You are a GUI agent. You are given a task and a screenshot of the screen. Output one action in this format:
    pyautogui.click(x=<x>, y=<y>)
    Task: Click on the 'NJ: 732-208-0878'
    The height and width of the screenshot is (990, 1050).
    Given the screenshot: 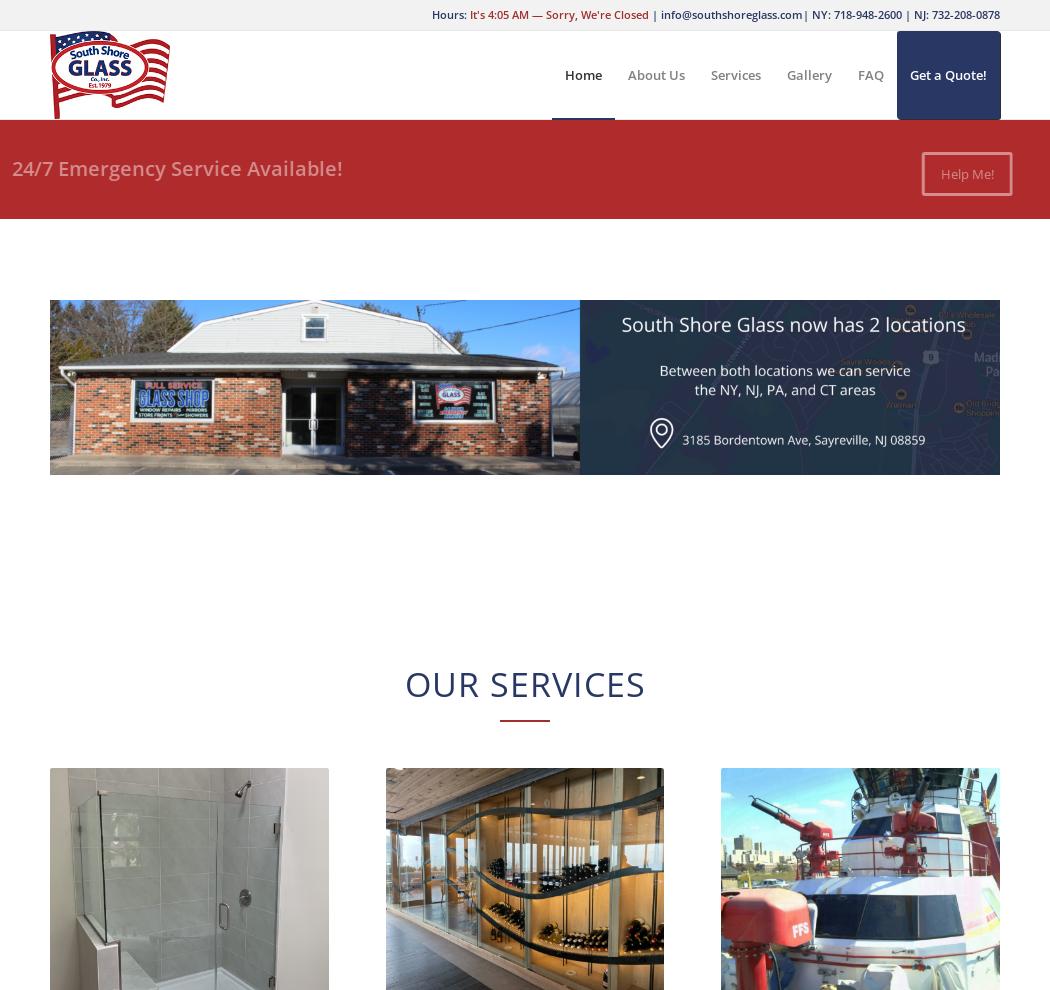 What is the action you would take?
    pyautogui.click(x=914, y=13)
    